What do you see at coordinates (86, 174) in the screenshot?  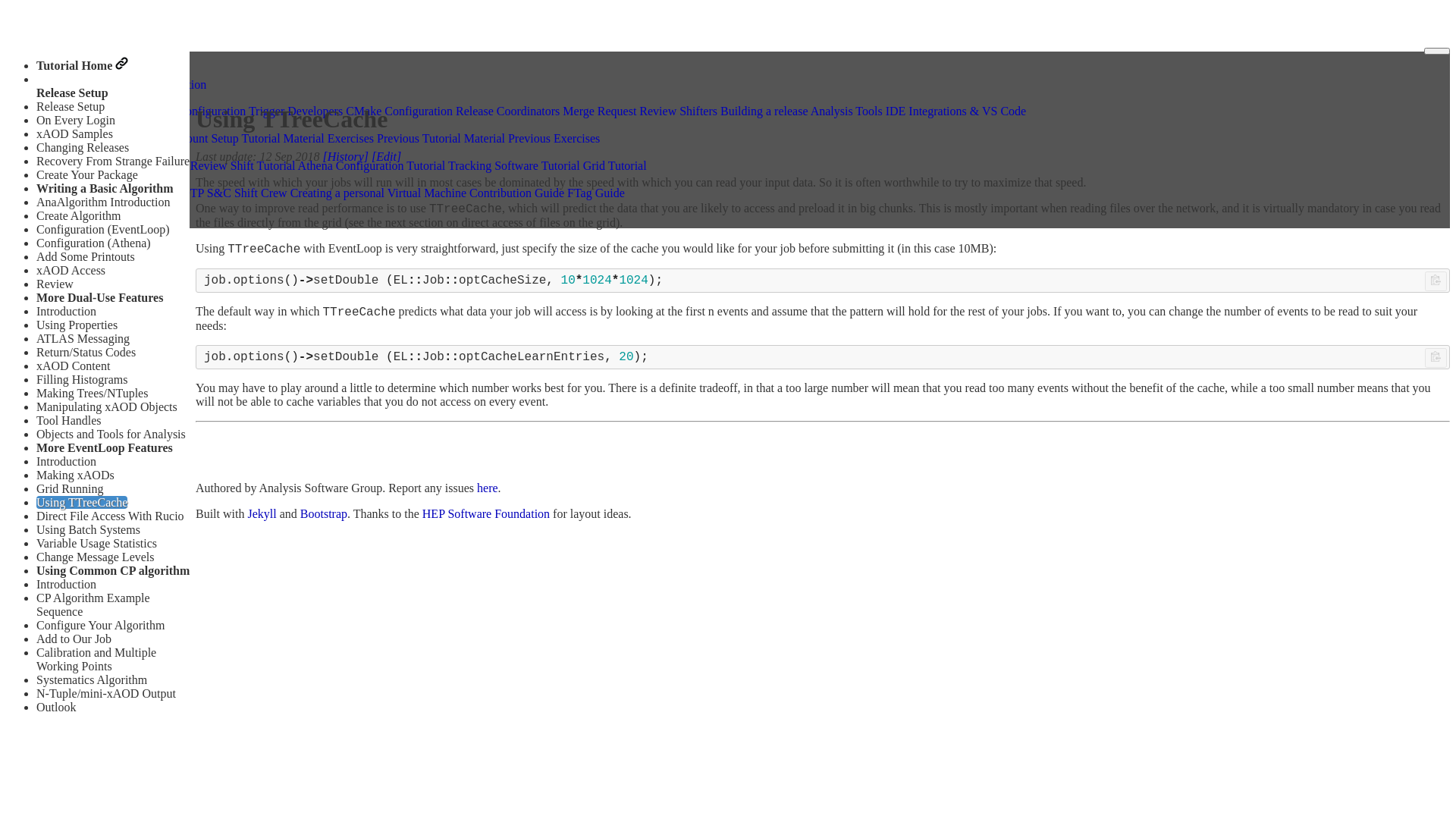 I see `'Create Your Package'` at bounding box center [86, 174].